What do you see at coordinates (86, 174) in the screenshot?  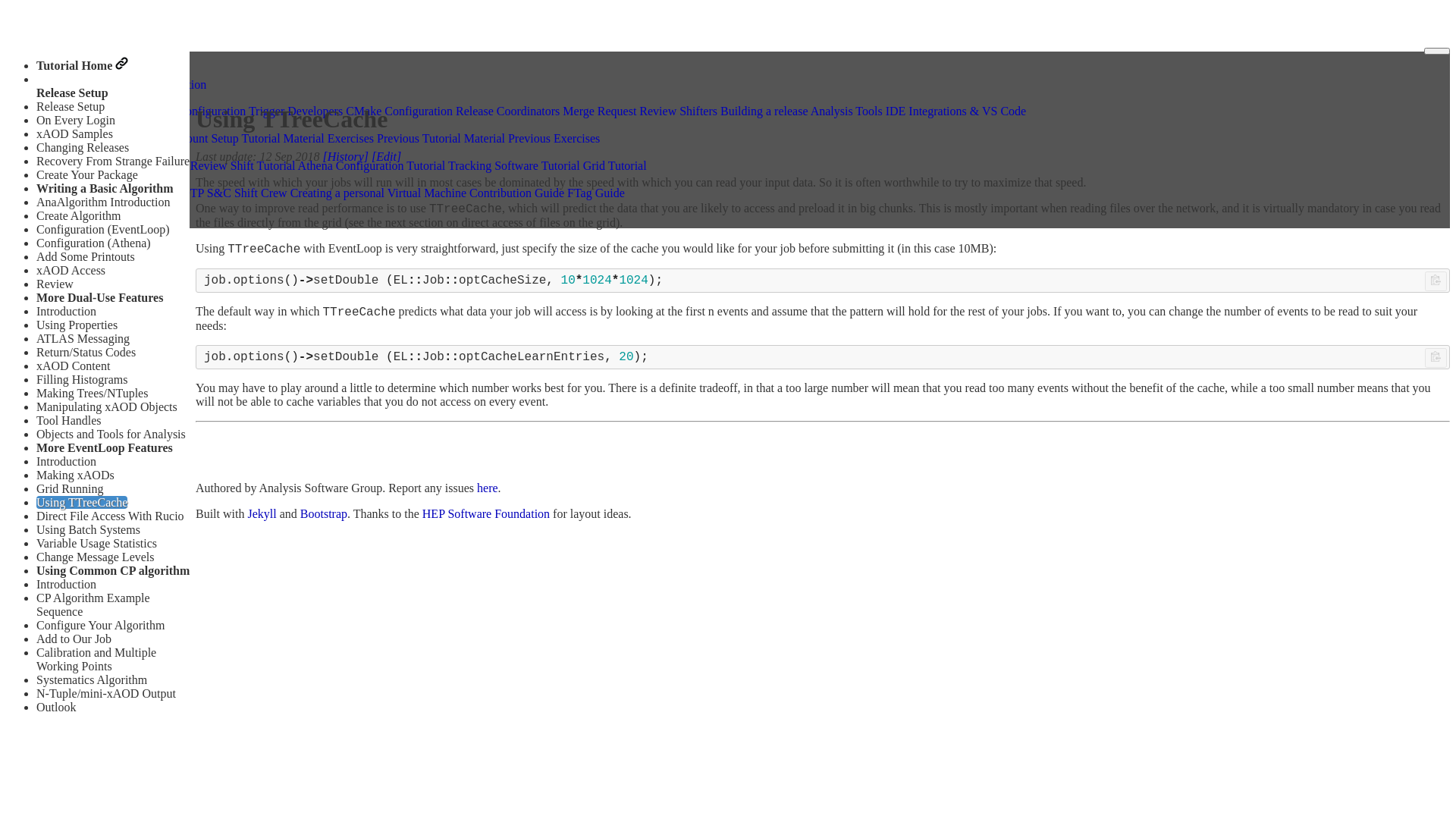 I see `'Create Your Package'` at bounding box center [86, 174].